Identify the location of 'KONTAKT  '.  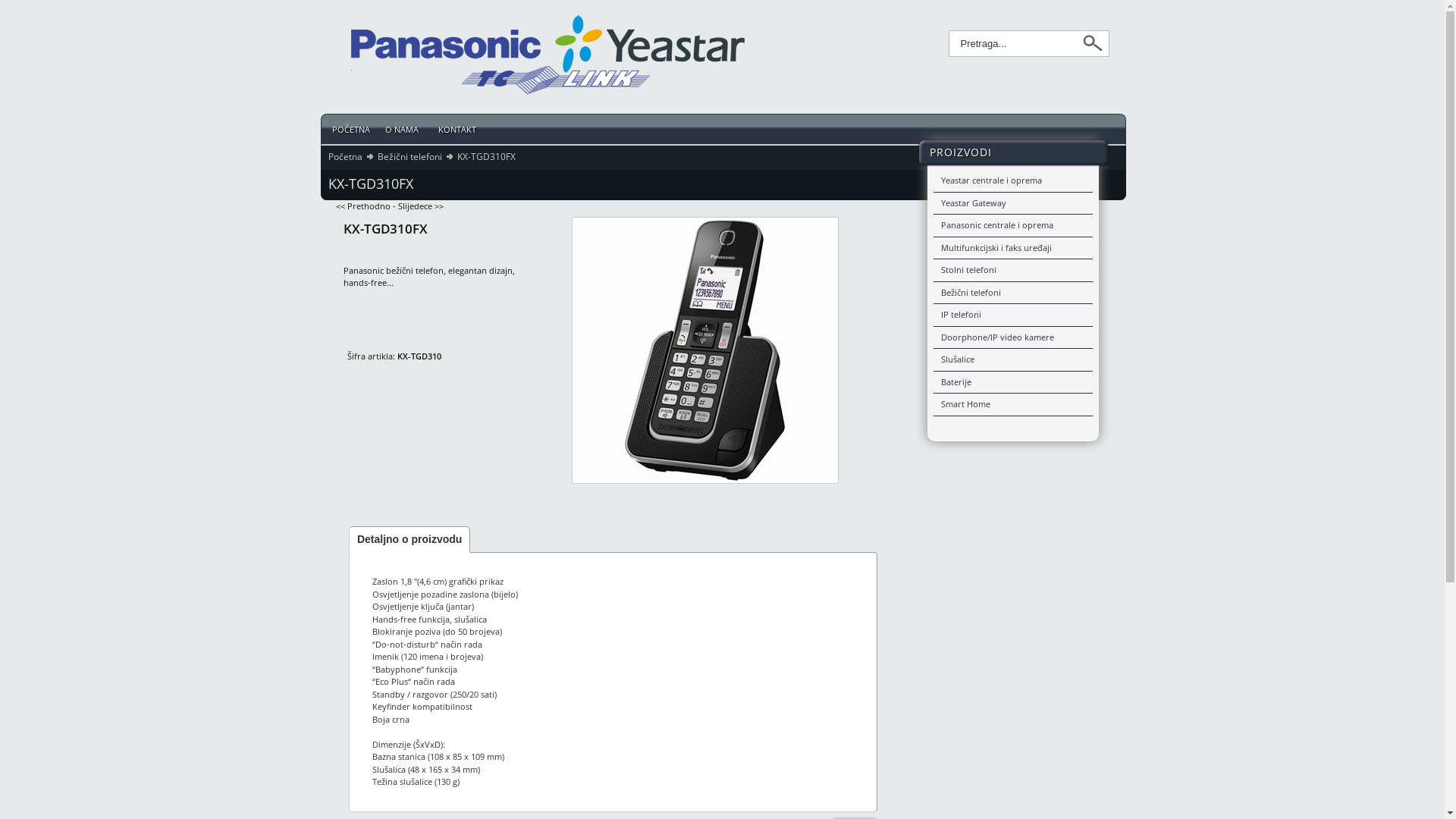
(458, 128).